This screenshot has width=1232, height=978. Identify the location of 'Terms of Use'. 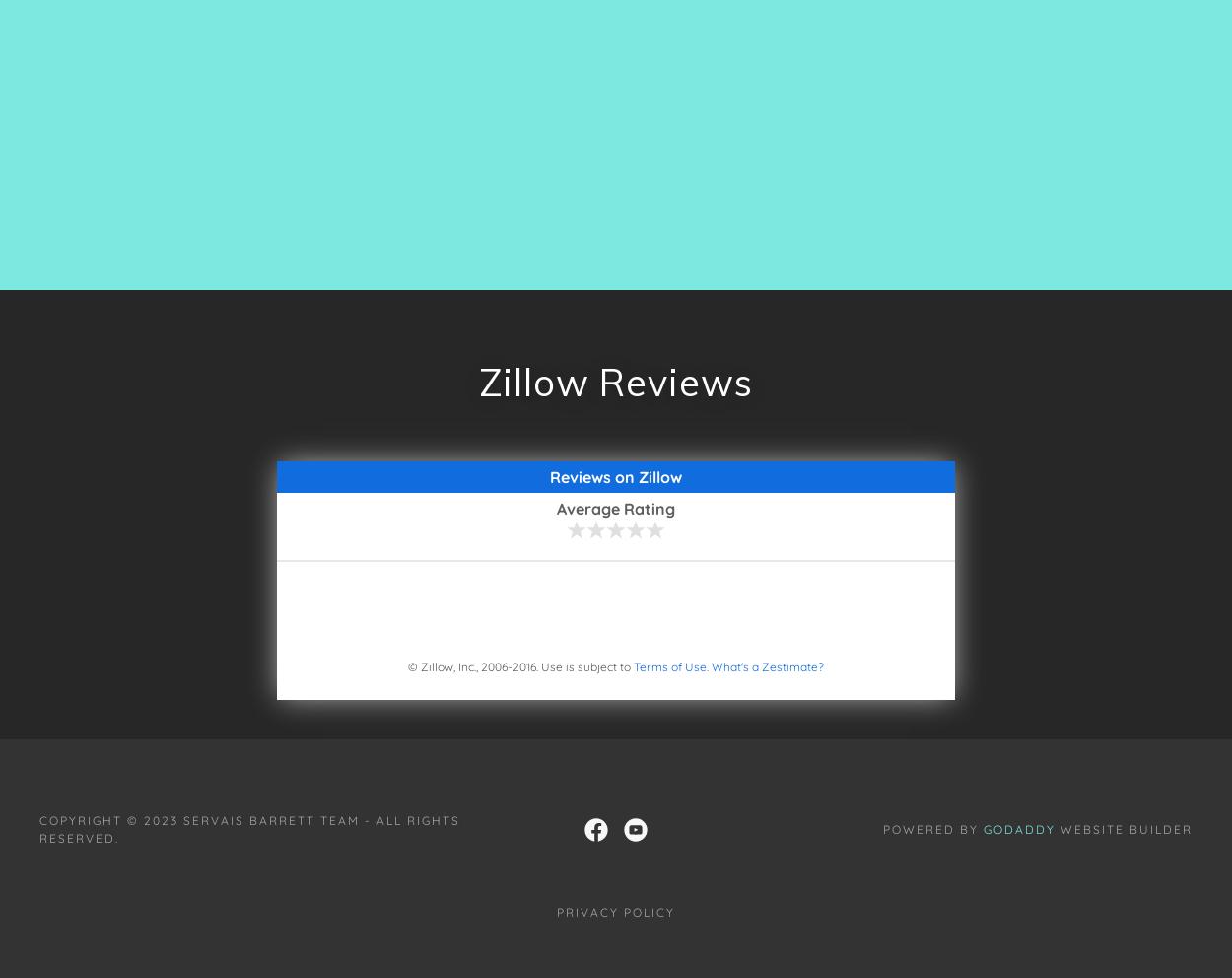
(669, 664).